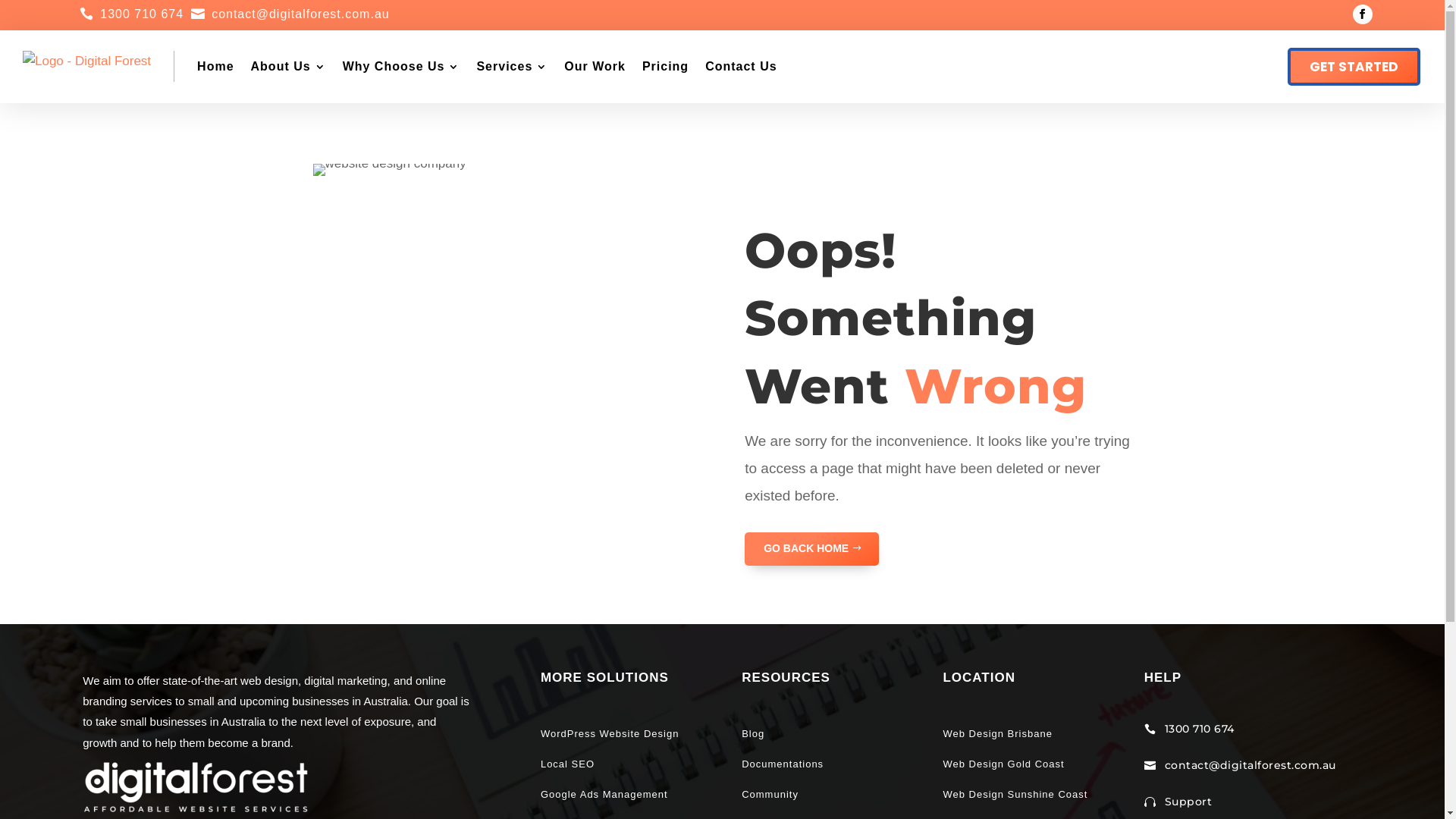 The width and height of the screenshot is (1456, 819). Describe the element at coordinates (541, 764) in the screenshot. I see `'Local SEO'` at that location.